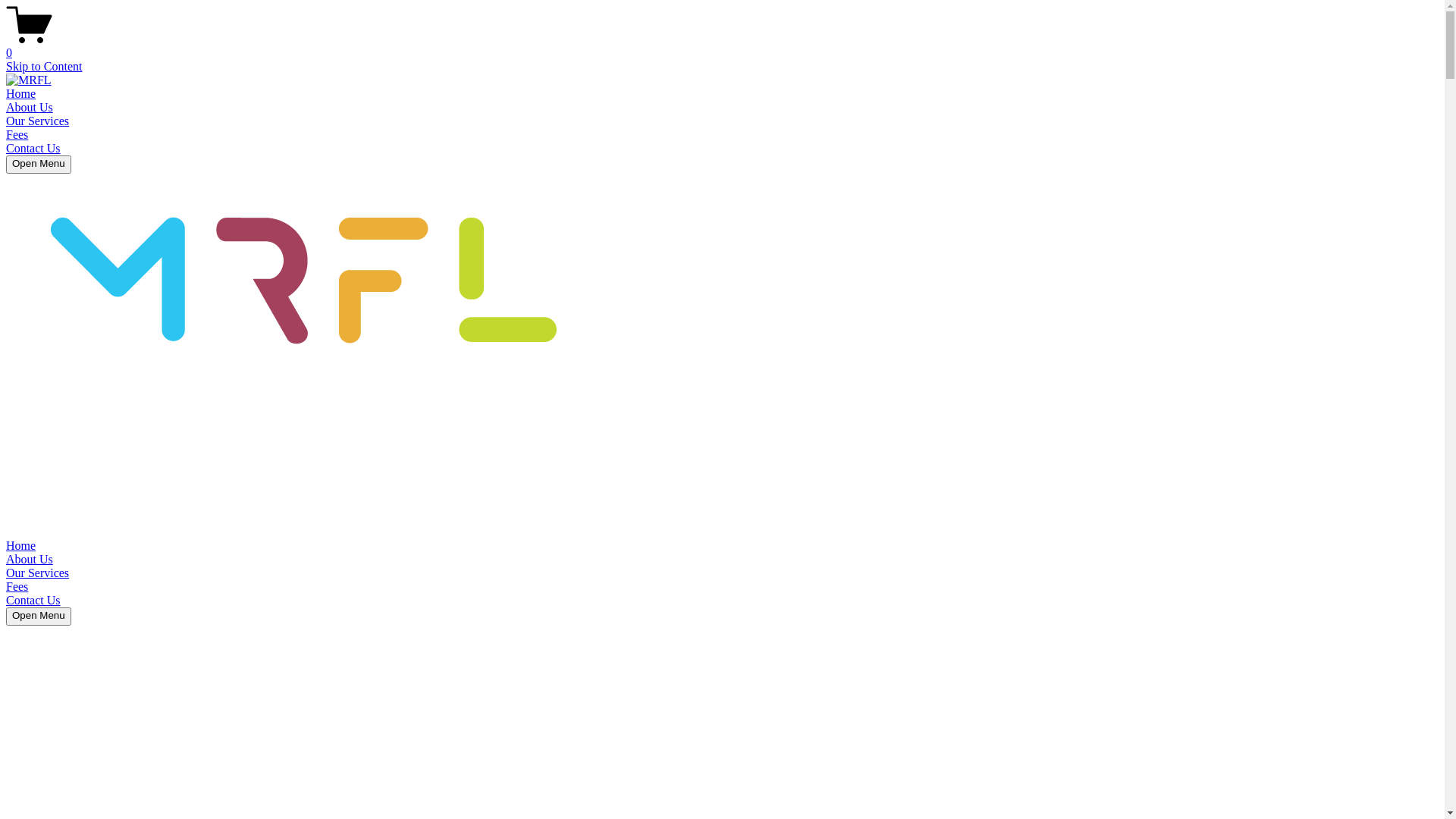  I want to click on 'Our Services', so click(37, 573).